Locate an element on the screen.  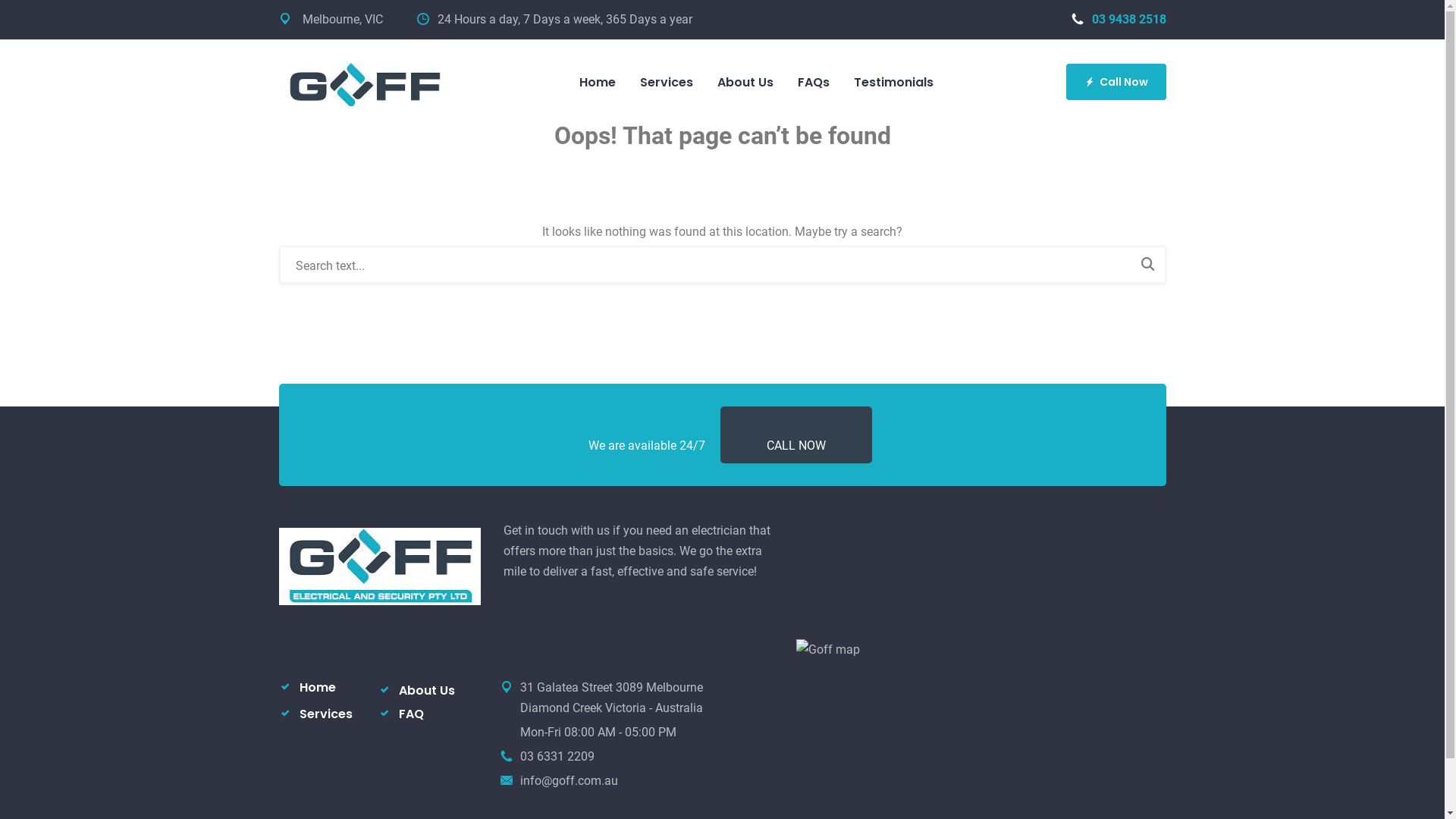
'FAQ' is located at coordinates (411, 714).